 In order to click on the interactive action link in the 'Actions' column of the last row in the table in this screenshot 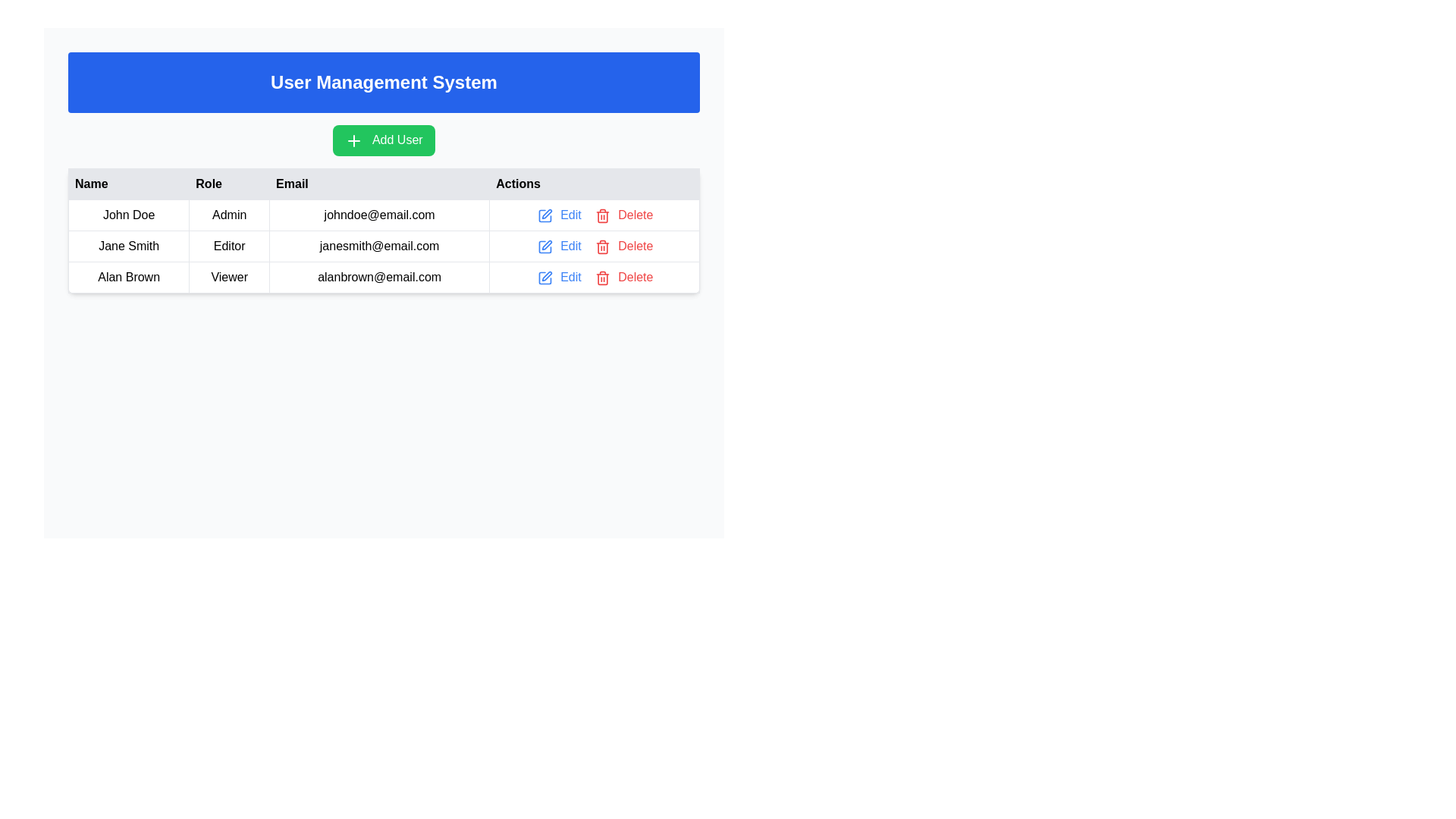, I will do `click(557, 277)`.